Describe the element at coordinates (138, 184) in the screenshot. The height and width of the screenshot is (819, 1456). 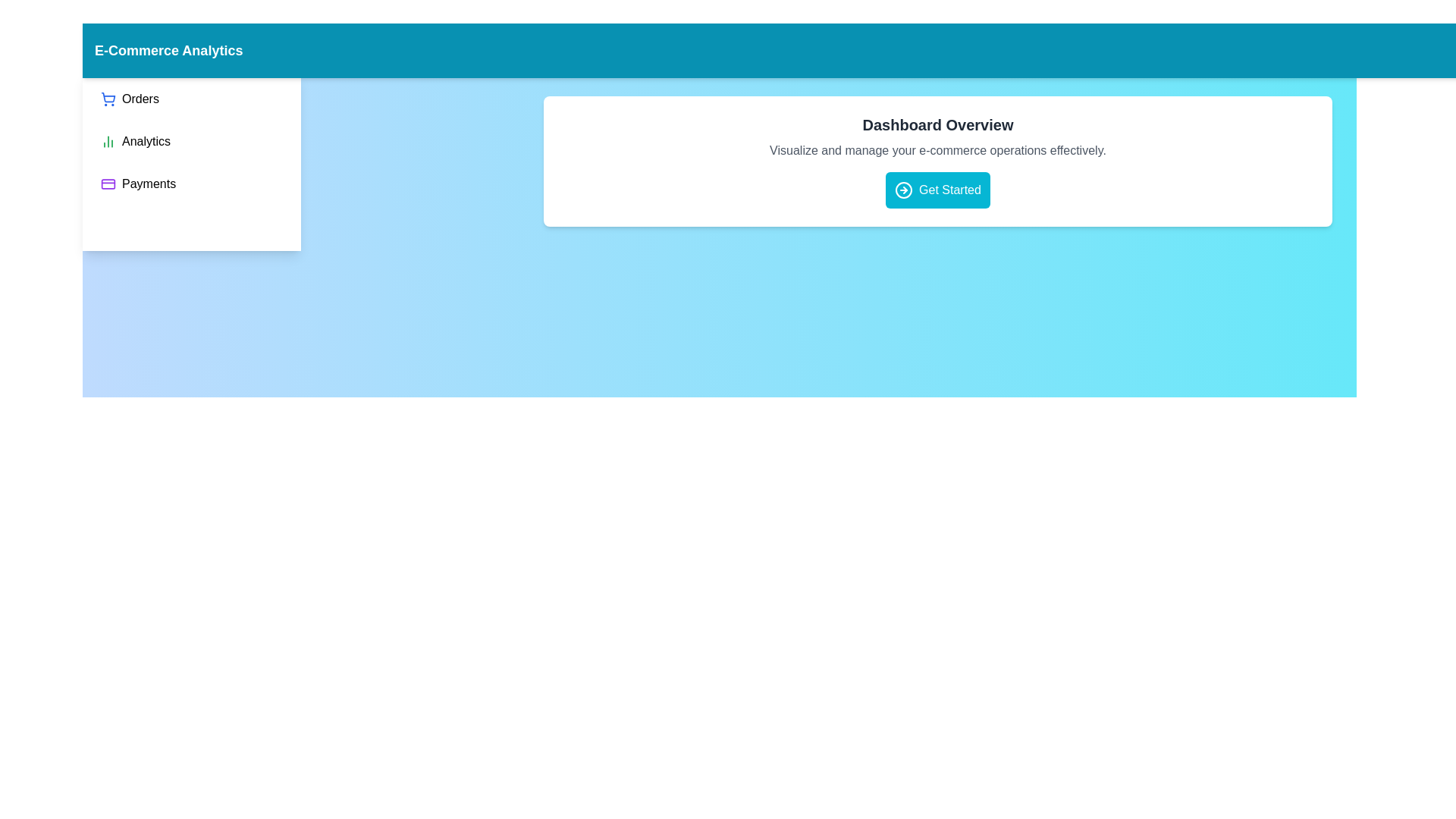
I see `the 'Payments' menu item in the navigation menu, which features a purple credit card icon and black text` at that location.